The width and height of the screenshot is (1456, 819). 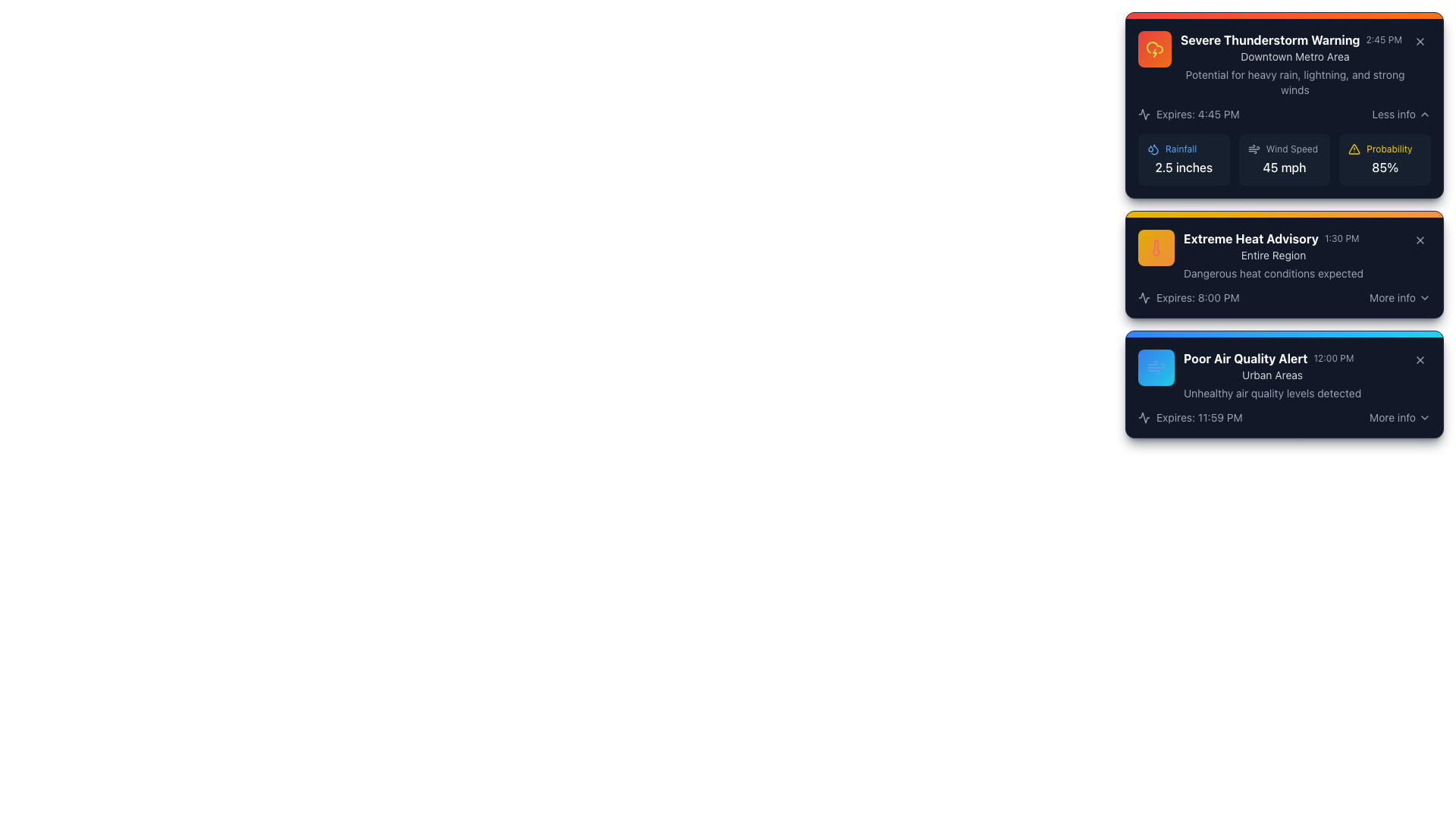 I want to click on the toggle button located in the bottom-right corner of the uppermost notification card, so click(x=1401, y=113).